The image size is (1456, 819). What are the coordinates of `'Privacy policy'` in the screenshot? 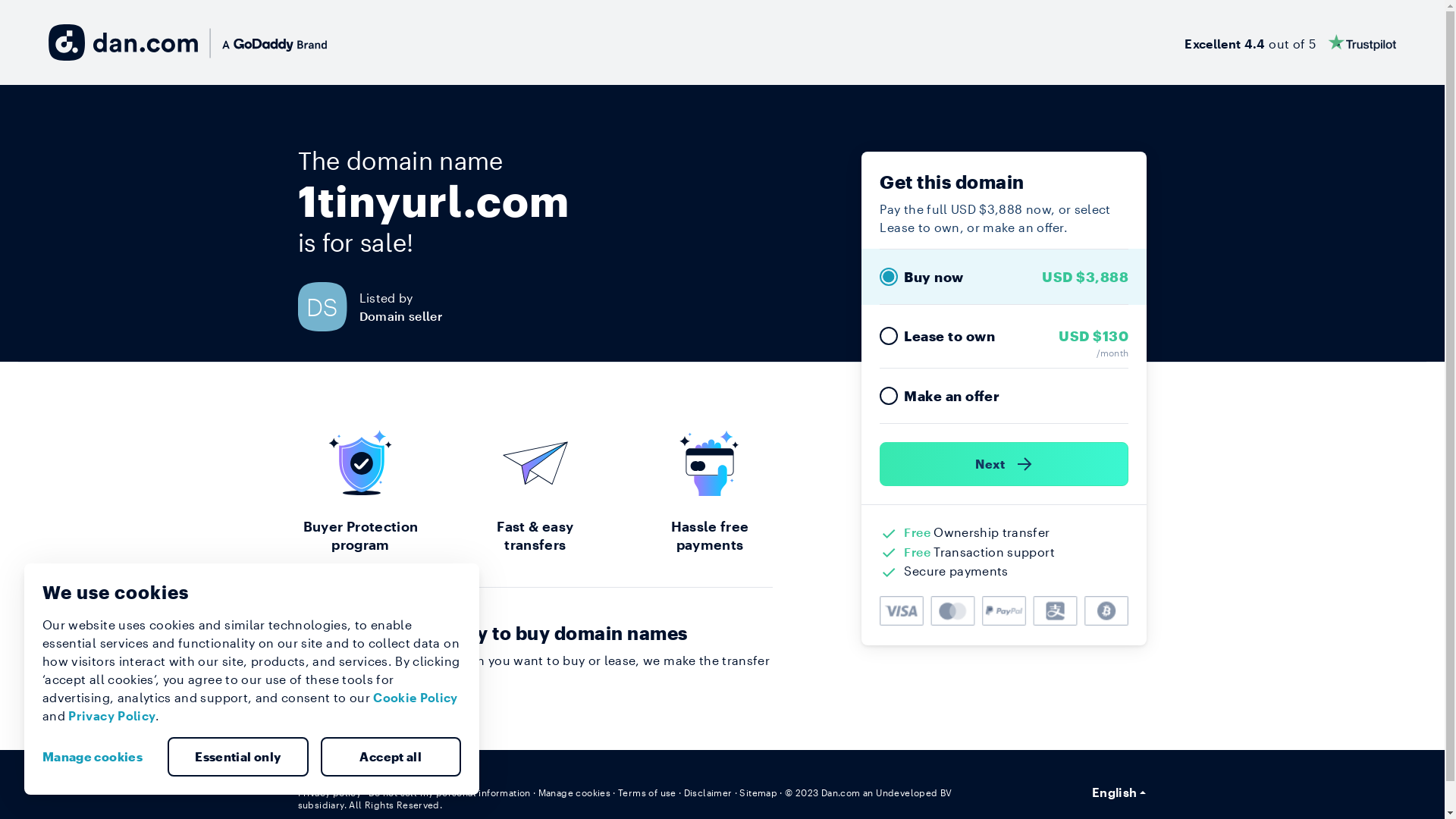 It's located at (328, 792).